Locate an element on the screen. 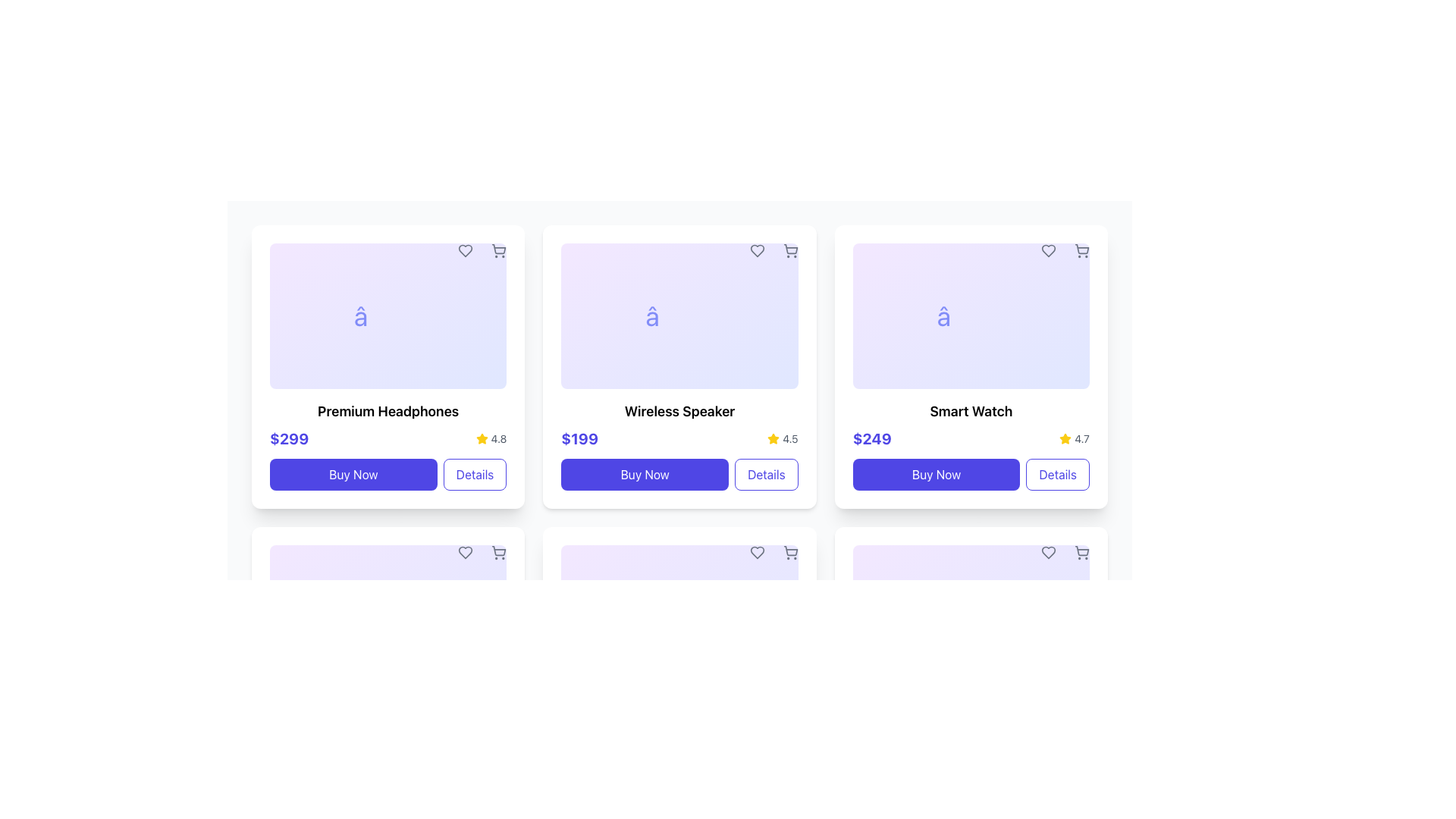  the text label displaying 'Smart Watch' in bold font, which is centrally located in the third product card, positioned above the price and 'Buy Now' button is located at coordinates (971, 412).